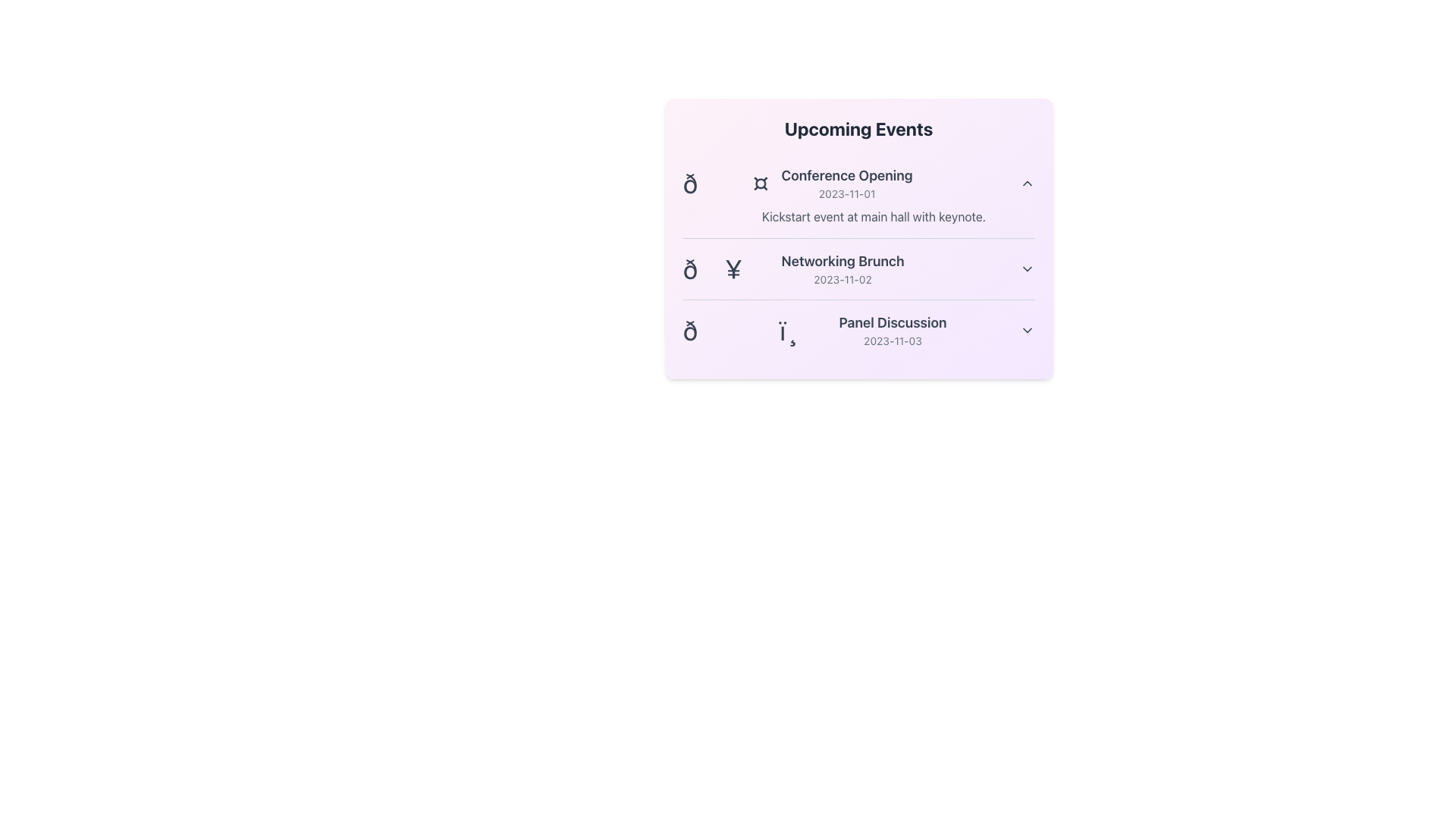 This screenshot has width=1456, height=819. I want to click on the Dropdown indicator icon, a downward-pointing chevron located on the right side of the 'Panel Discussion' event in the 'Upcoming Events' section, so click(1027, 329).